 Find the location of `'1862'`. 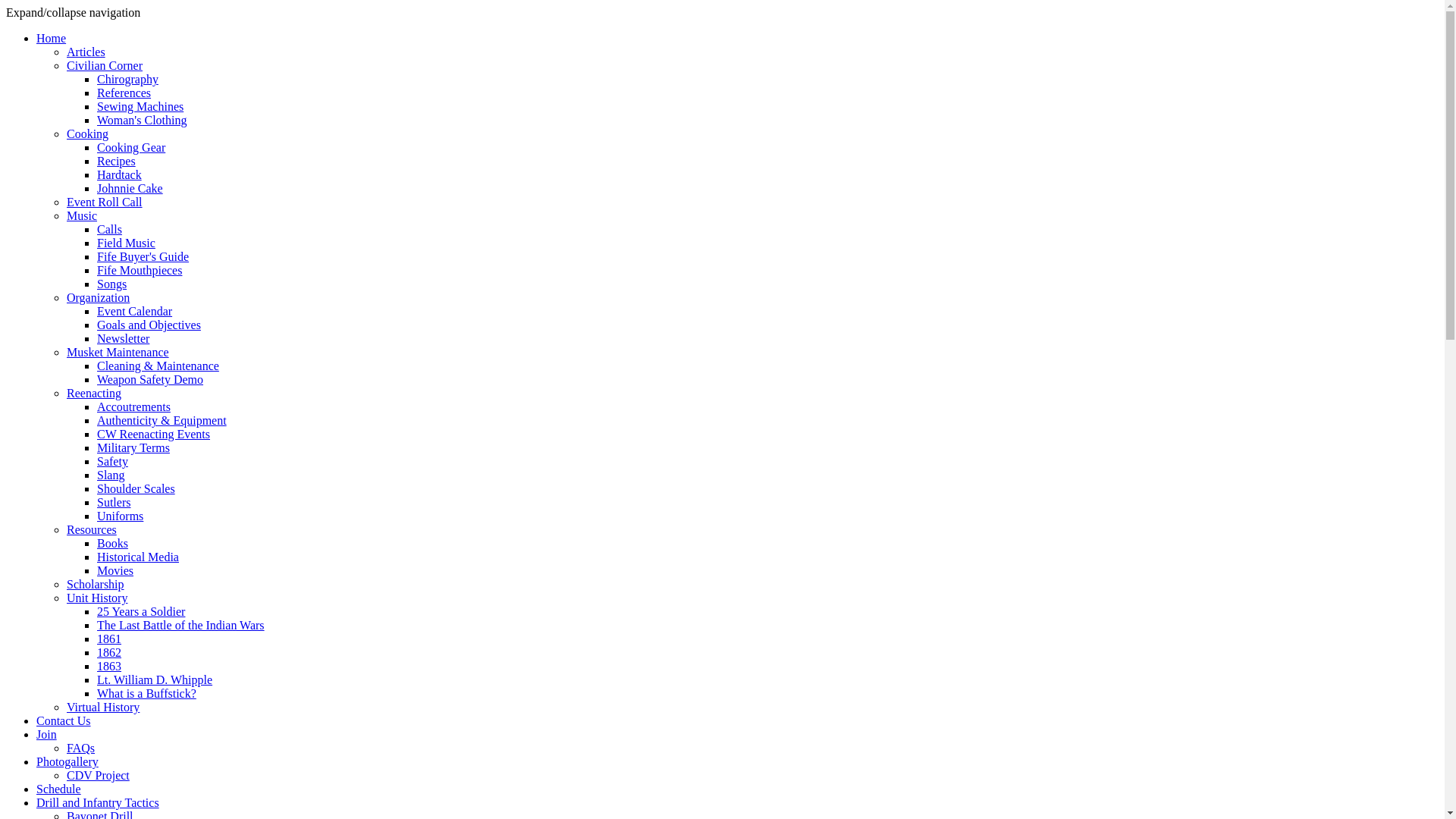

'1862' is located at coordinates (108, 651).